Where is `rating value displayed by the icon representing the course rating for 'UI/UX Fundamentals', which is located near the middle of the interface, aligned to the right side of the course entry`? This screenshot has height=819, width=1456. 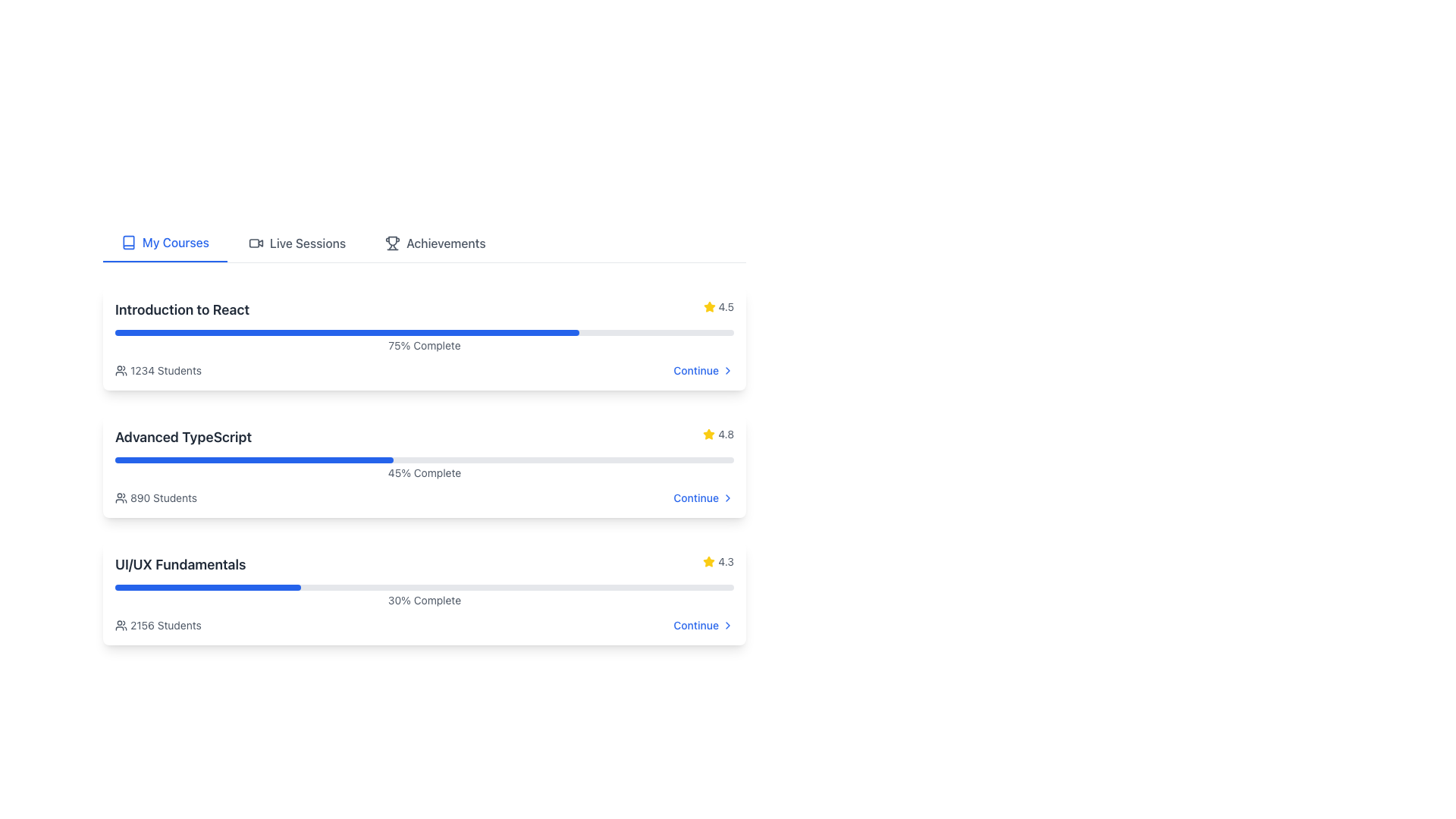
rating value displayed by the icon representing the course rating for 'UI/UX Fundamentals', which is located near the middle of the interface, aligned to the right side of the course entry is located at coordinates (708, 561).